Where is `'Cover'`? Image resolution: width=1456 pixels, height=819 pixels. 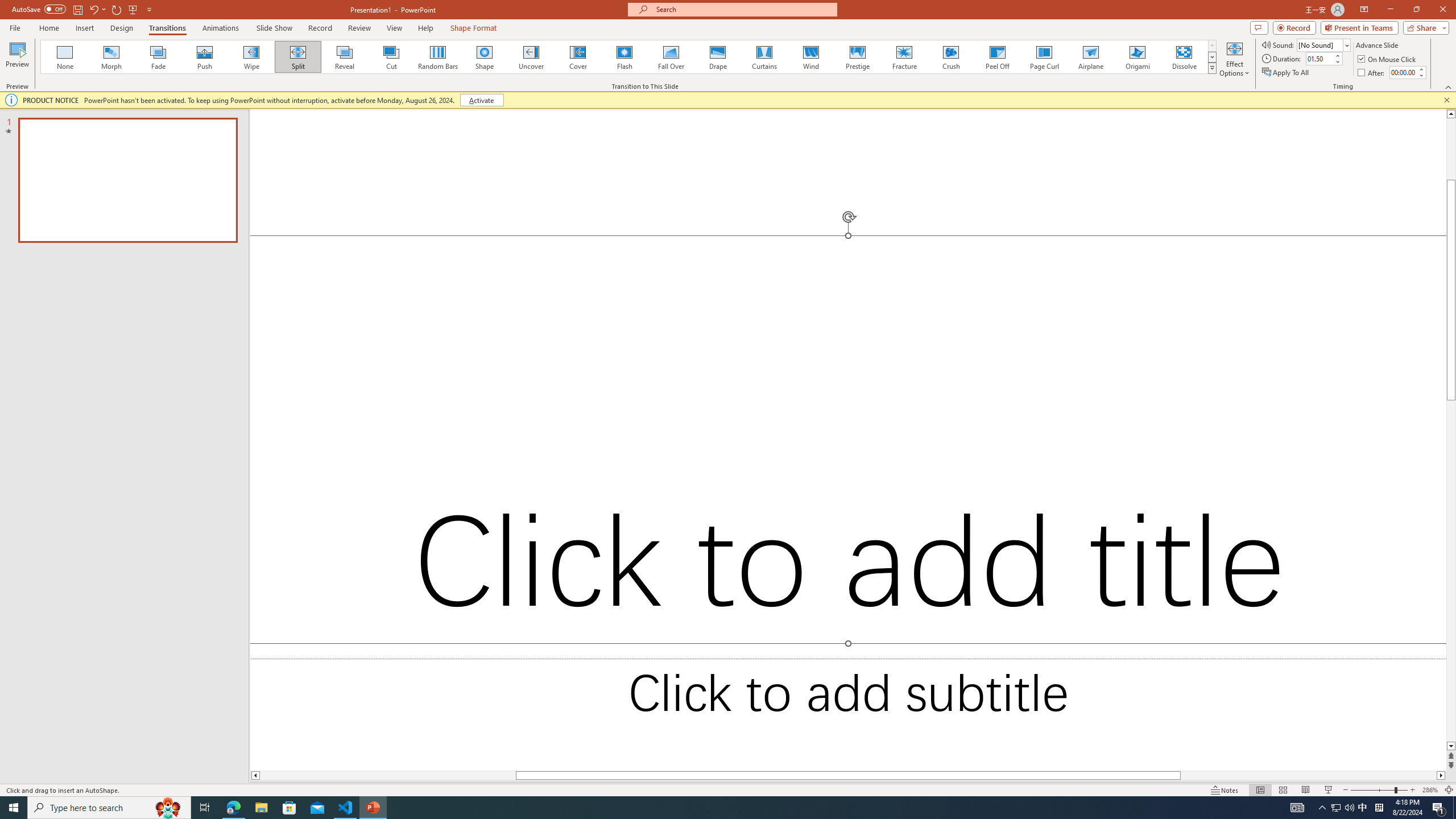 'Cover' is located at coordinates (577, 56).